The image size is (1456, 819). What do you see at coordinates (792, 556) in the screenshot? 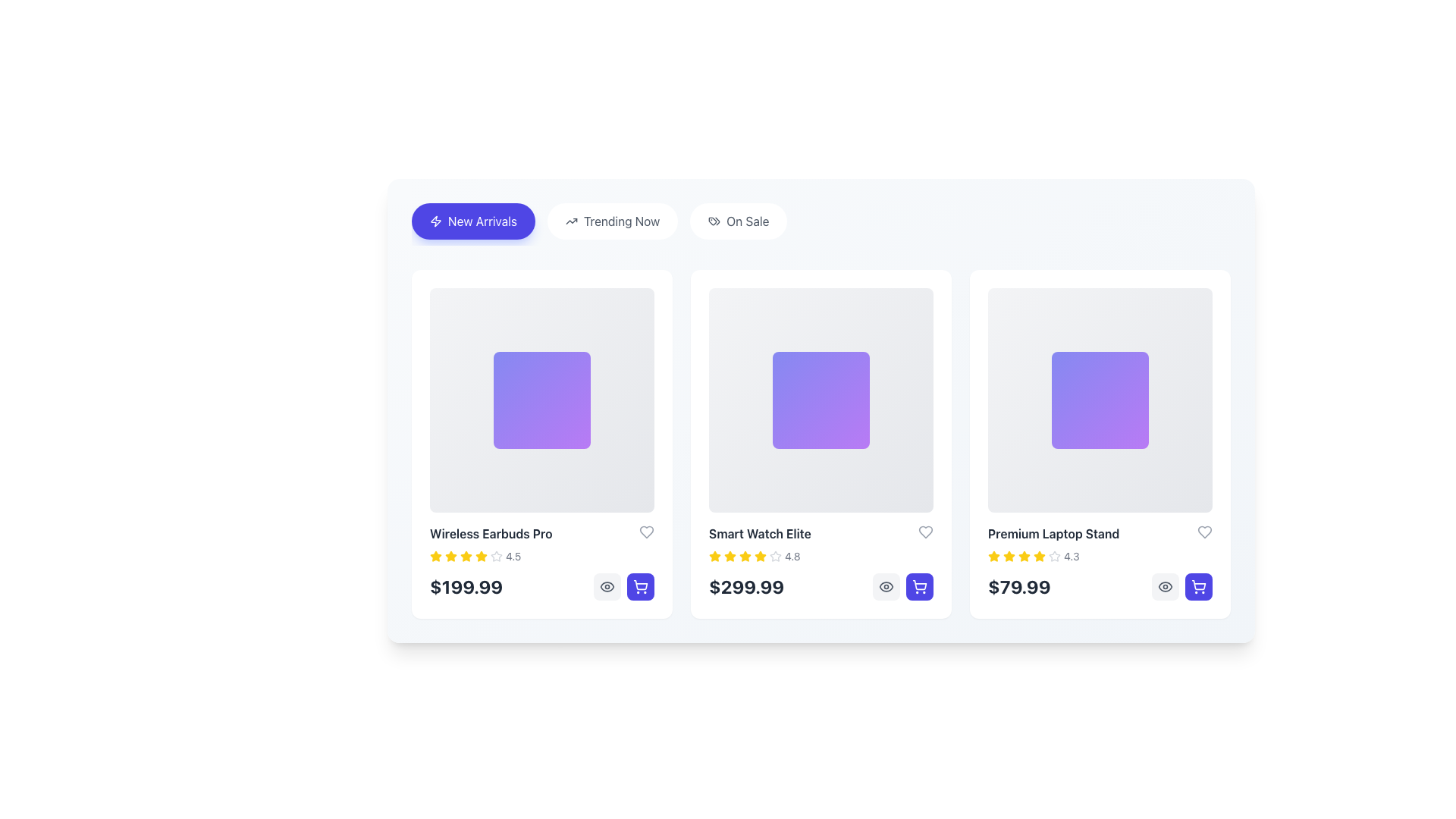
I see `the text label displaying '4.8', which indicates the rating score associated with the stars next to the product 'Smart Watch Elite'` at bounding box center [792, 556].